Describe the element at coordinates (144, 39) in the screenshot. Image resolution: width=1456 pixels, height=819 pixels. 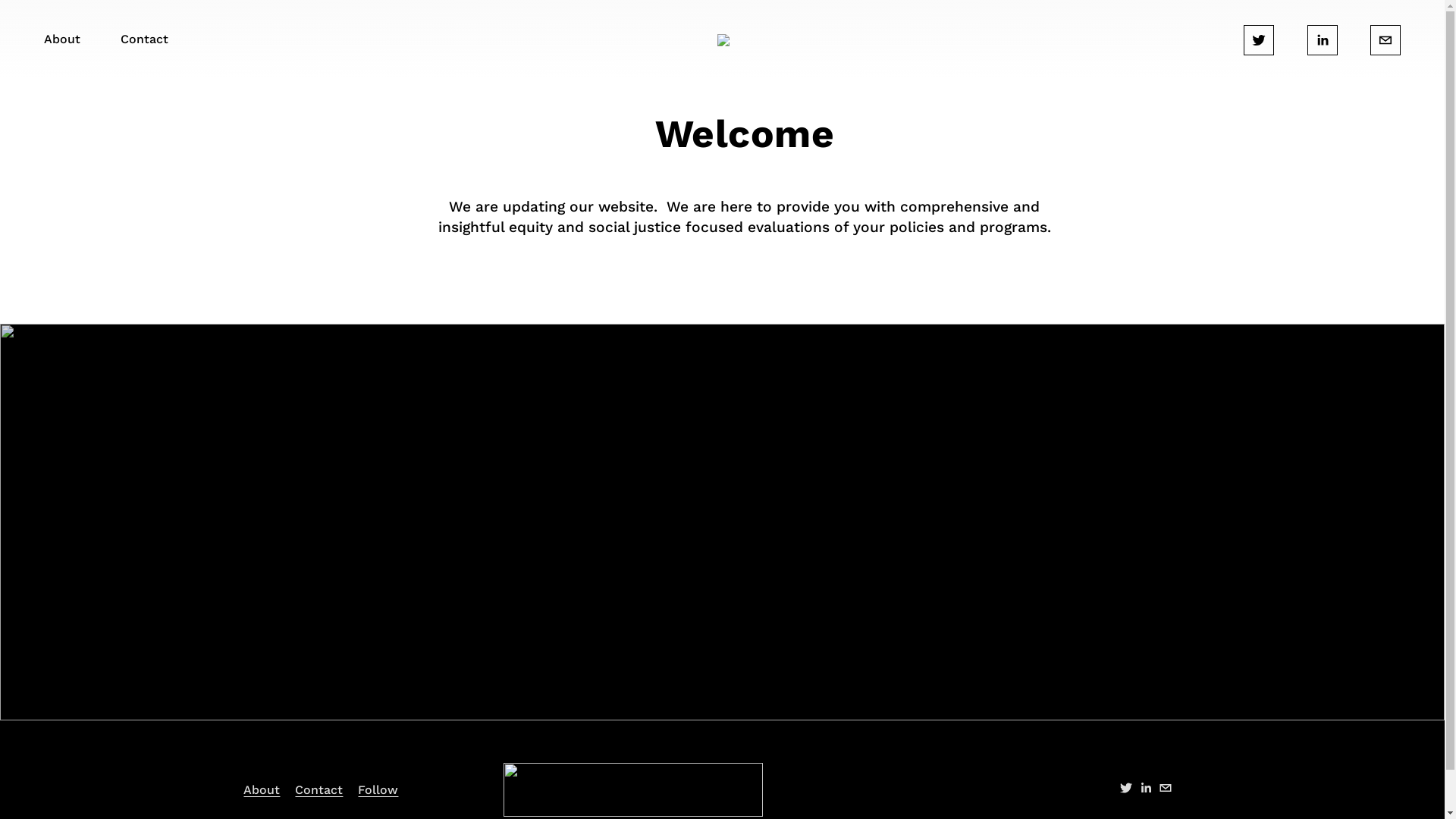
I see `'Contact'` at that location.